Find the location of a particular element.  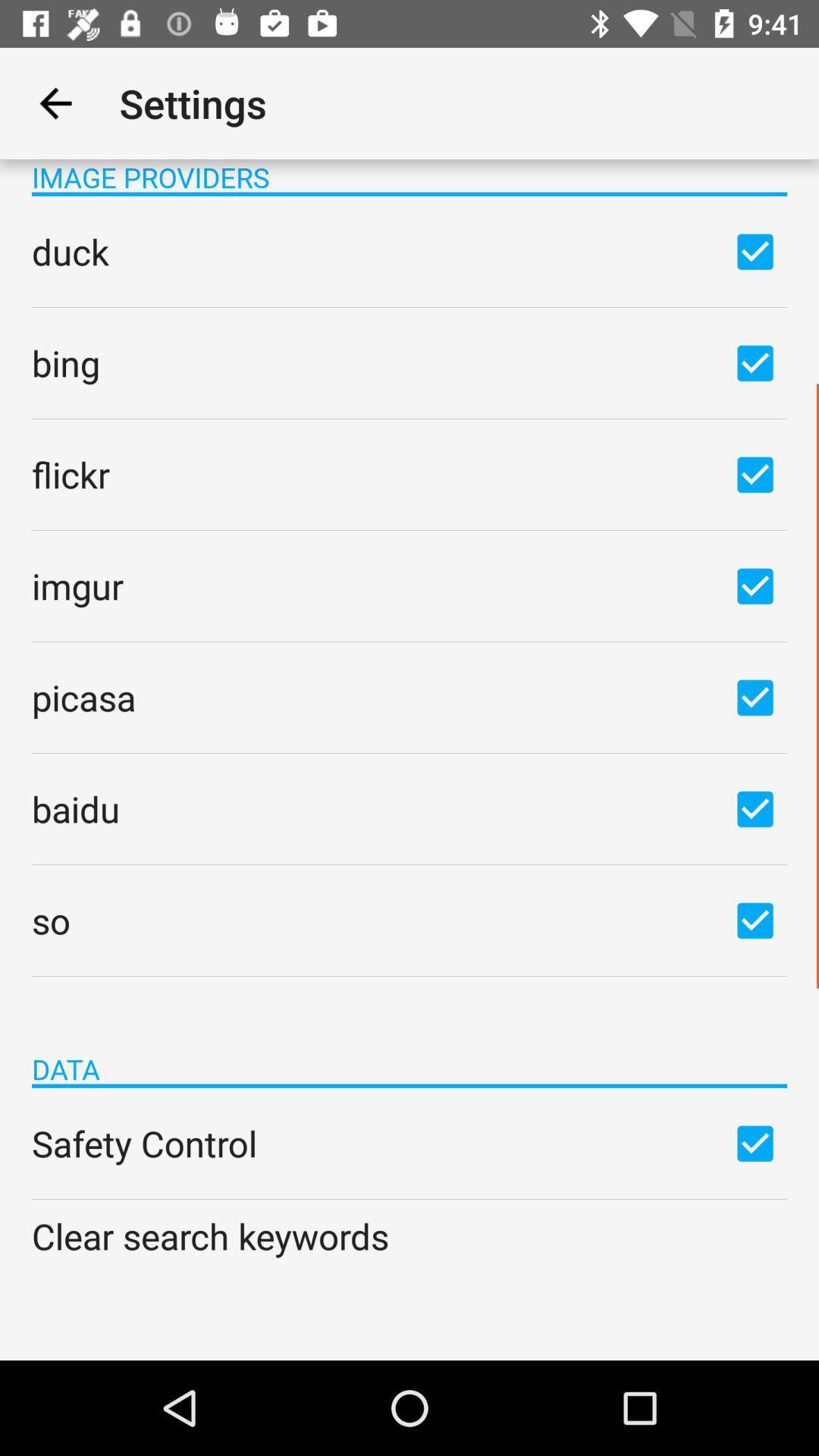

go back is located at coordinates (55, 102).